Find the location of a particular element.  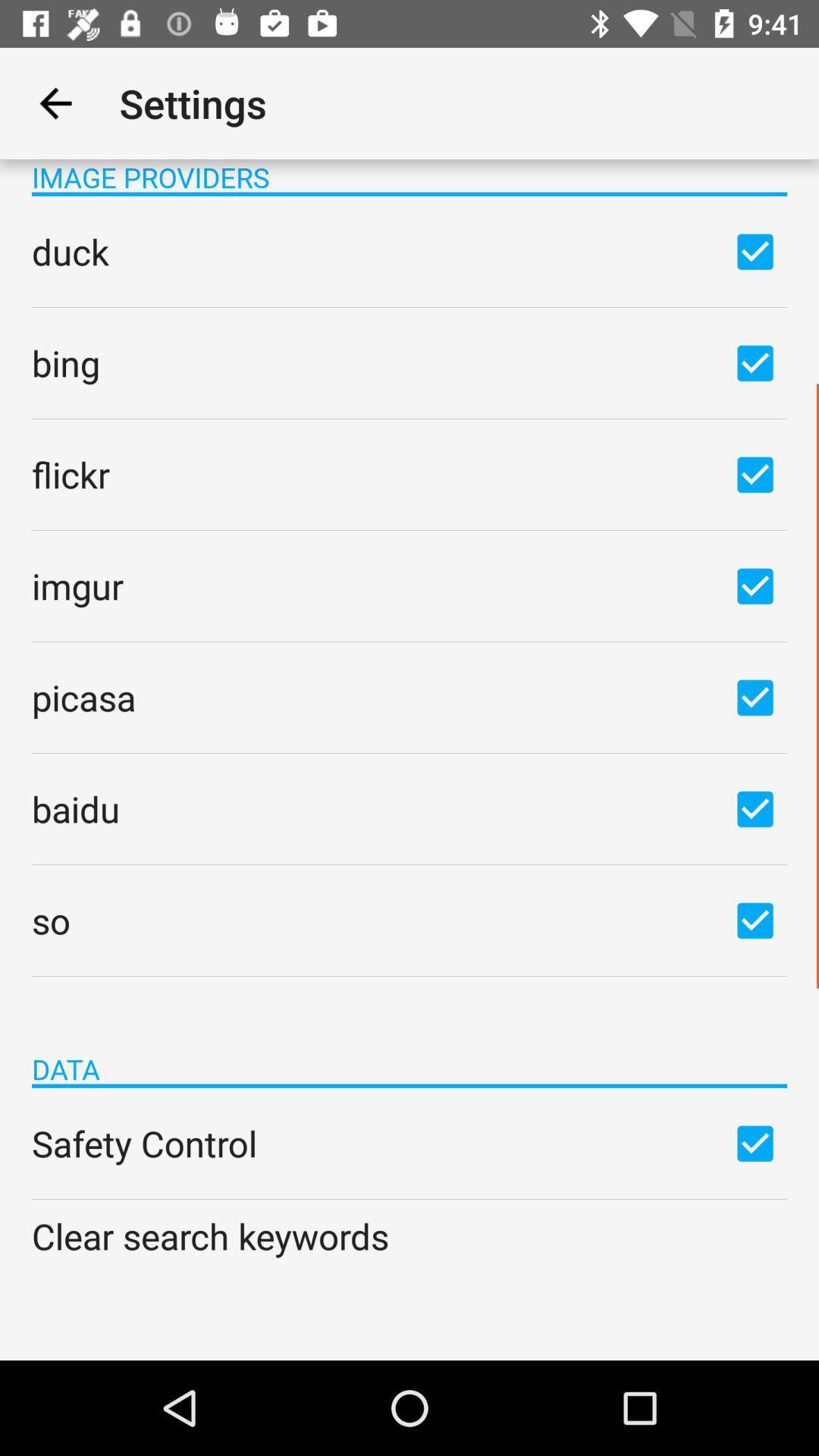

go back is located at coordinates (55, 102).